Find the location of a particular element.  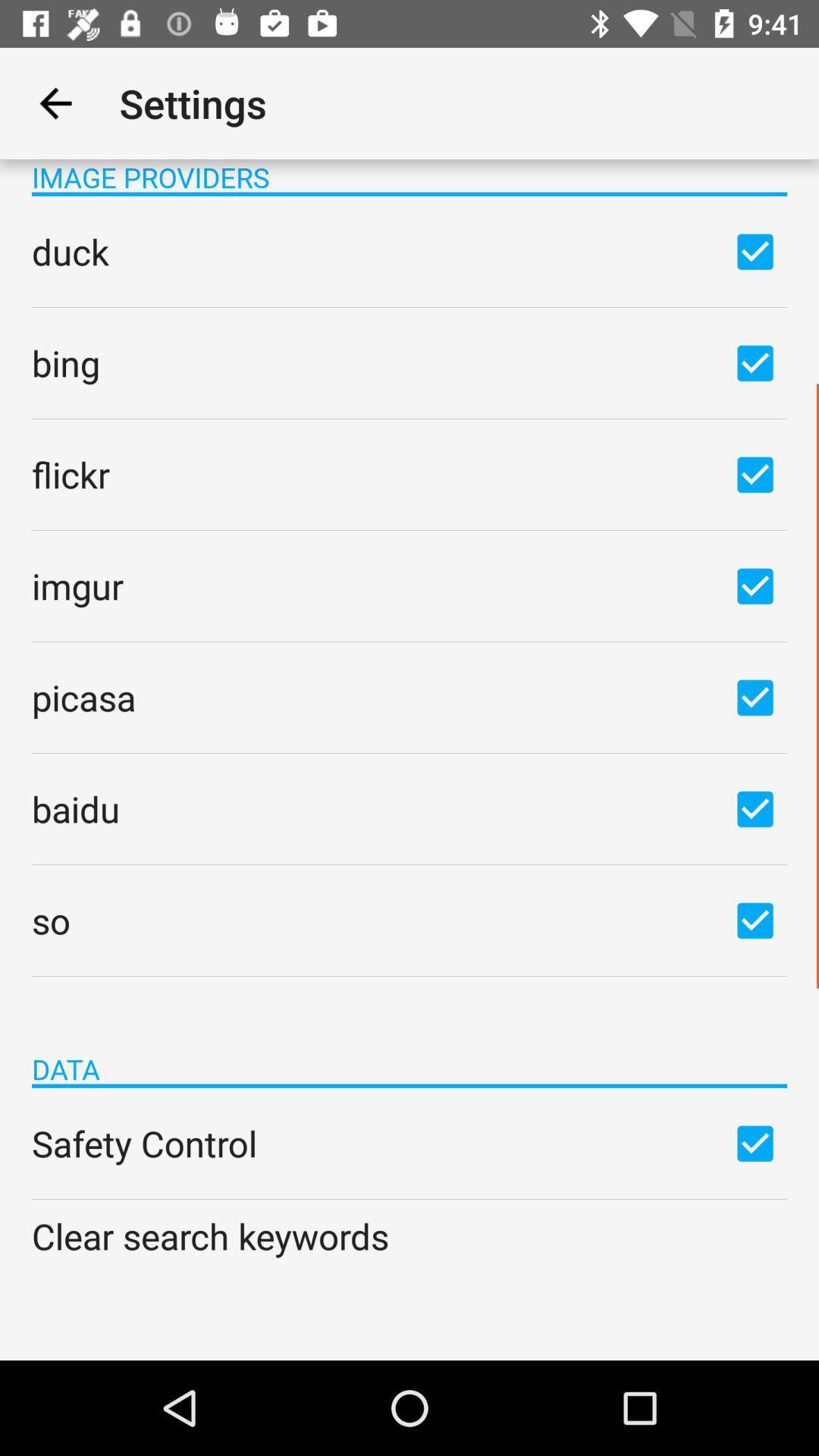

go back is located at coordinates (55, 102).